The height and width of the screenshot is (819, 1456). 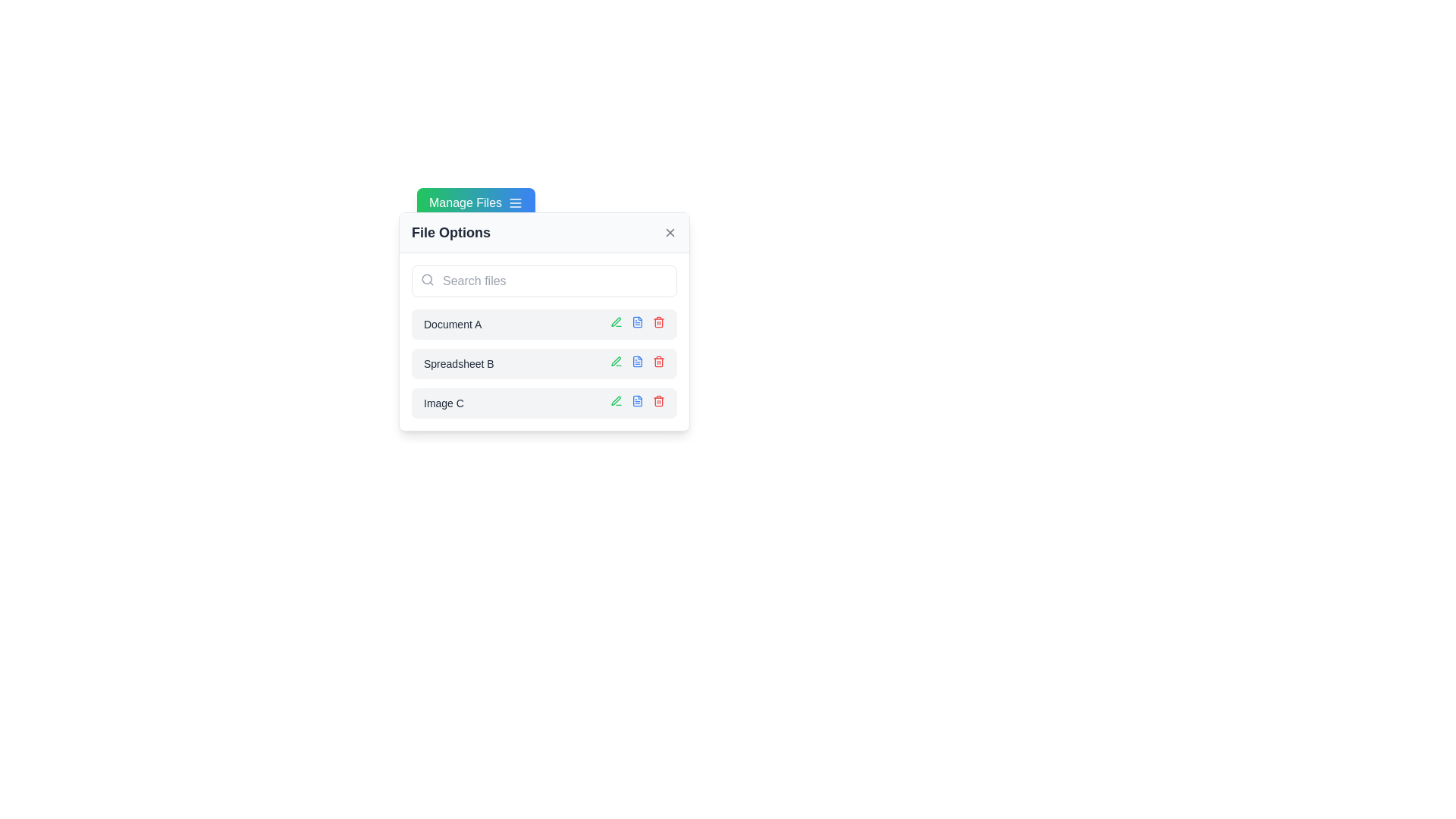 I want to click on the interactive file icon located between the green edit icon and the red delete icon, so click(x=637, y=362).